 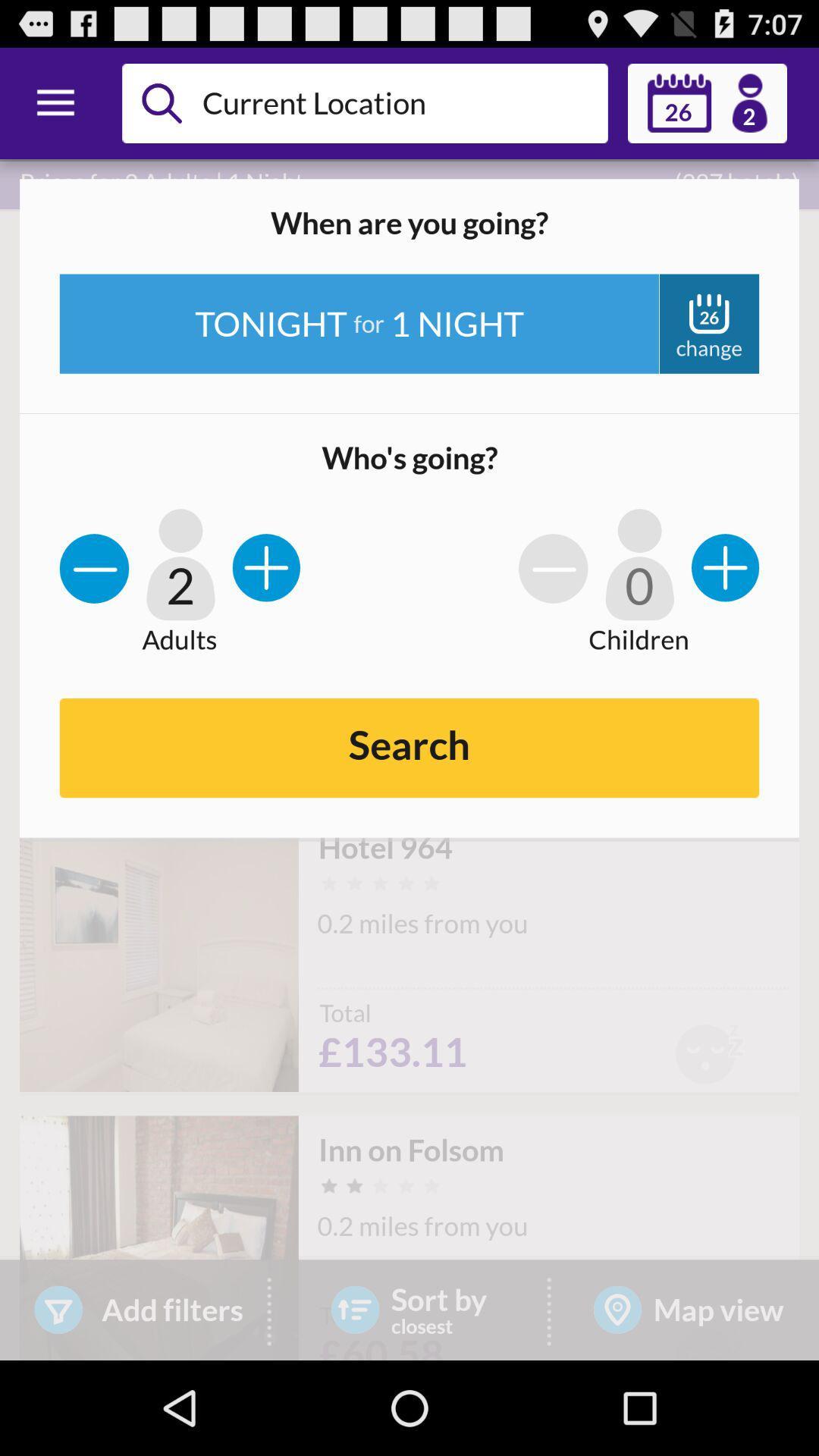 What do you see at coordinates (94, 594) in the screenshot?
I see `the minus icon` at bounding box center [94, 594].